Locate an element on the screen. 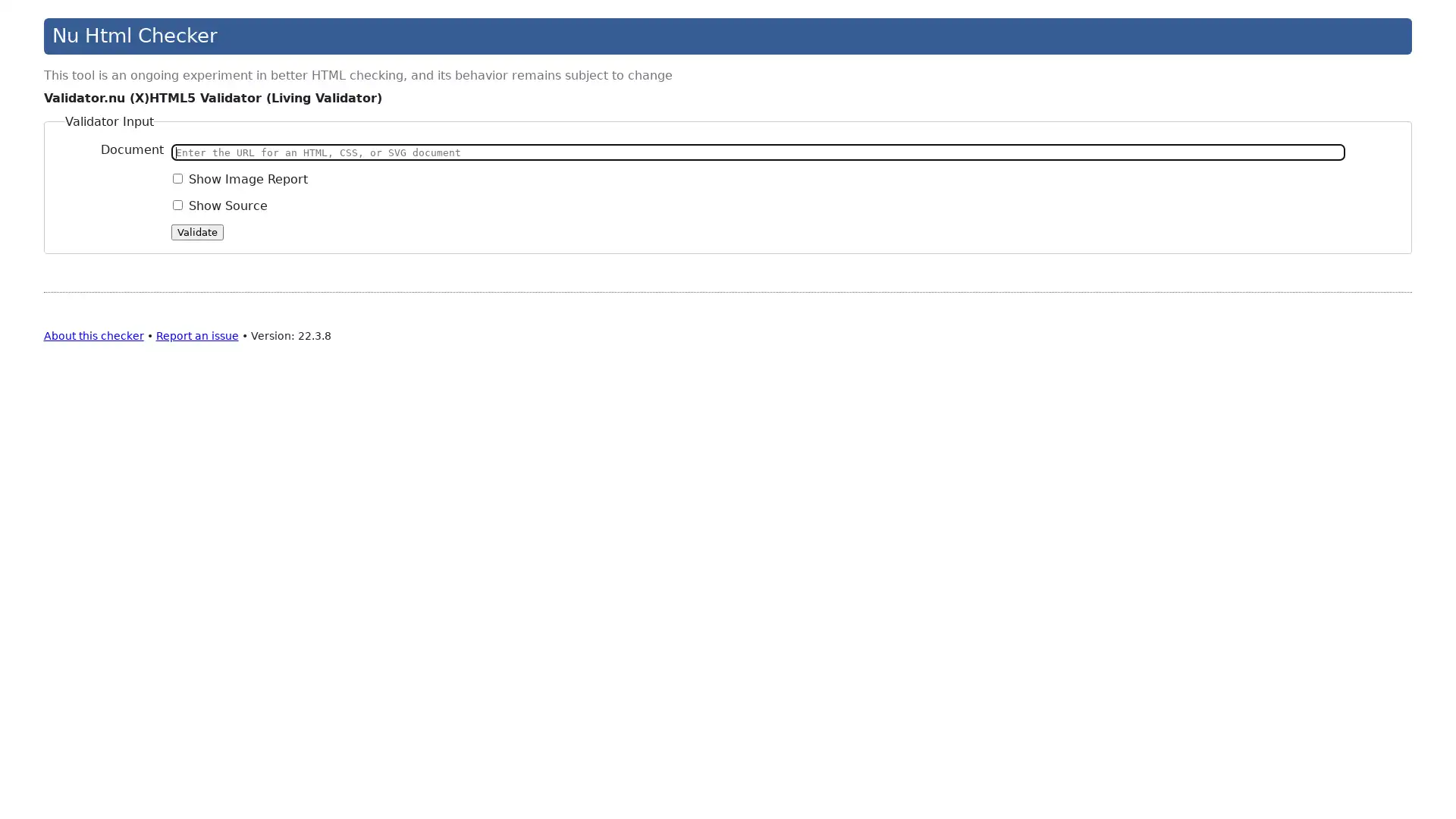  Validate is located at coordinates (196, 231).